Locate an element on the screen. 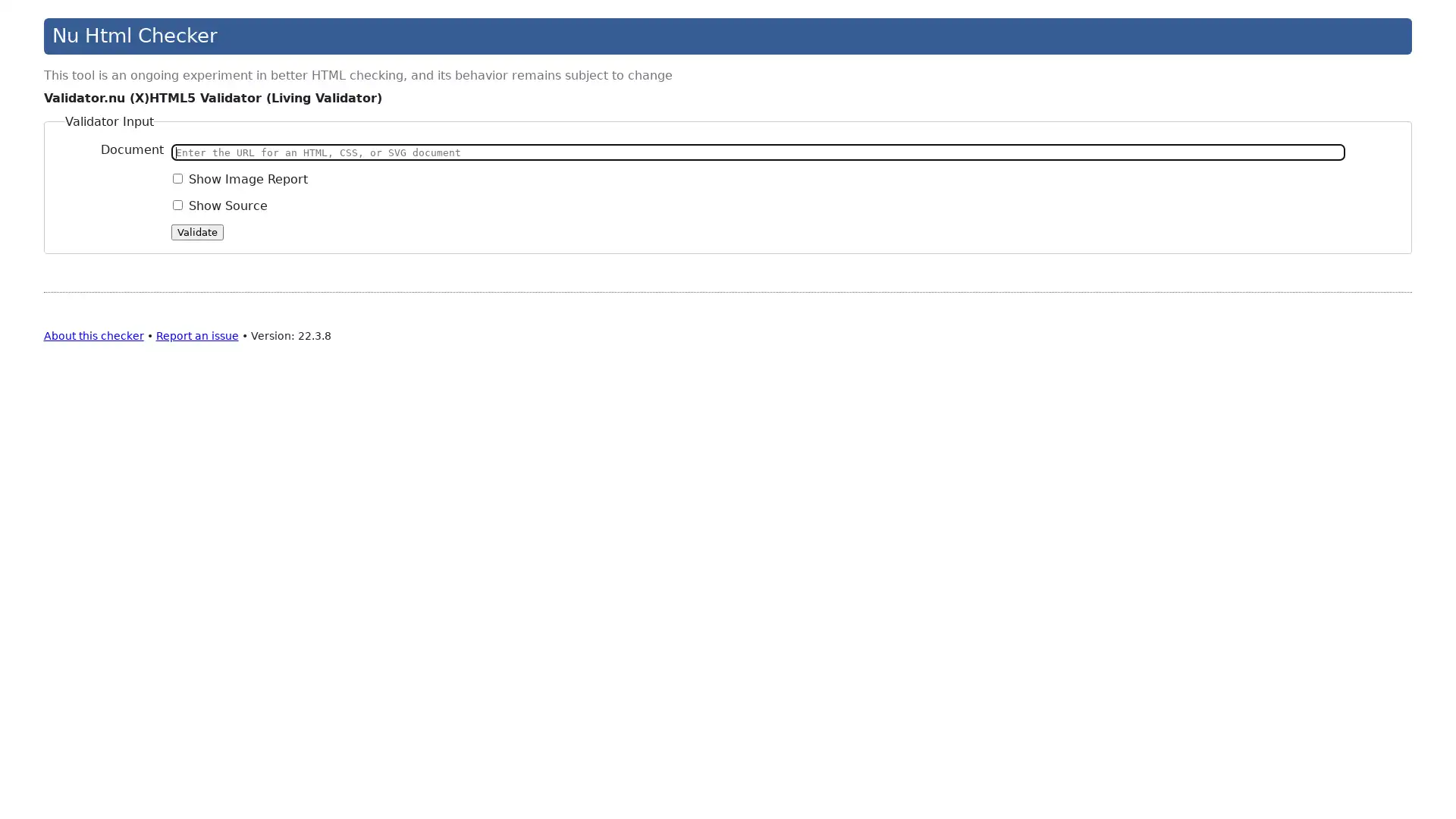  Validate is located at coordinates (196, 231).